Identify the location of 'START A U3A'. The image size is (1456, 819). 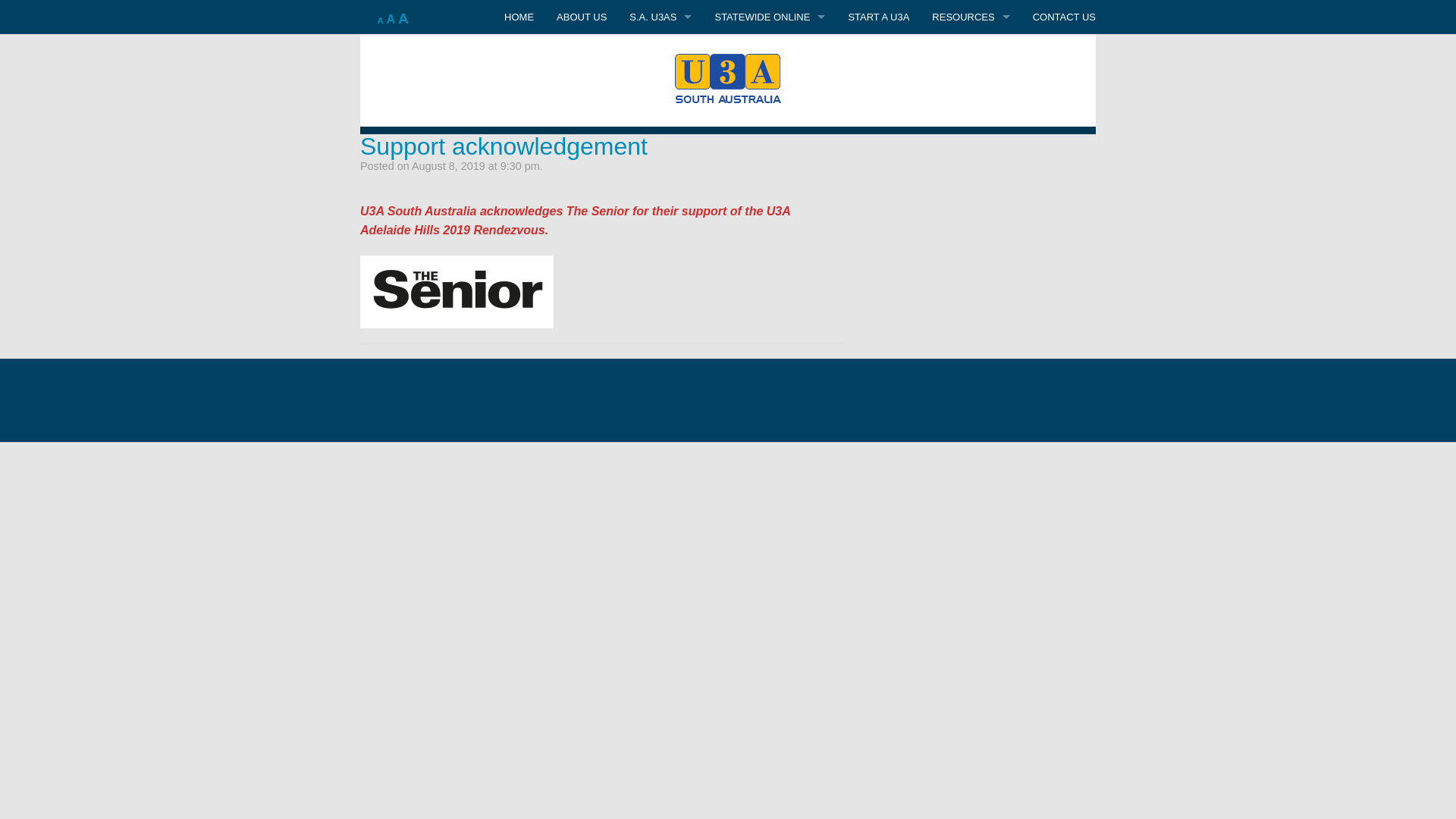
(878, 17).